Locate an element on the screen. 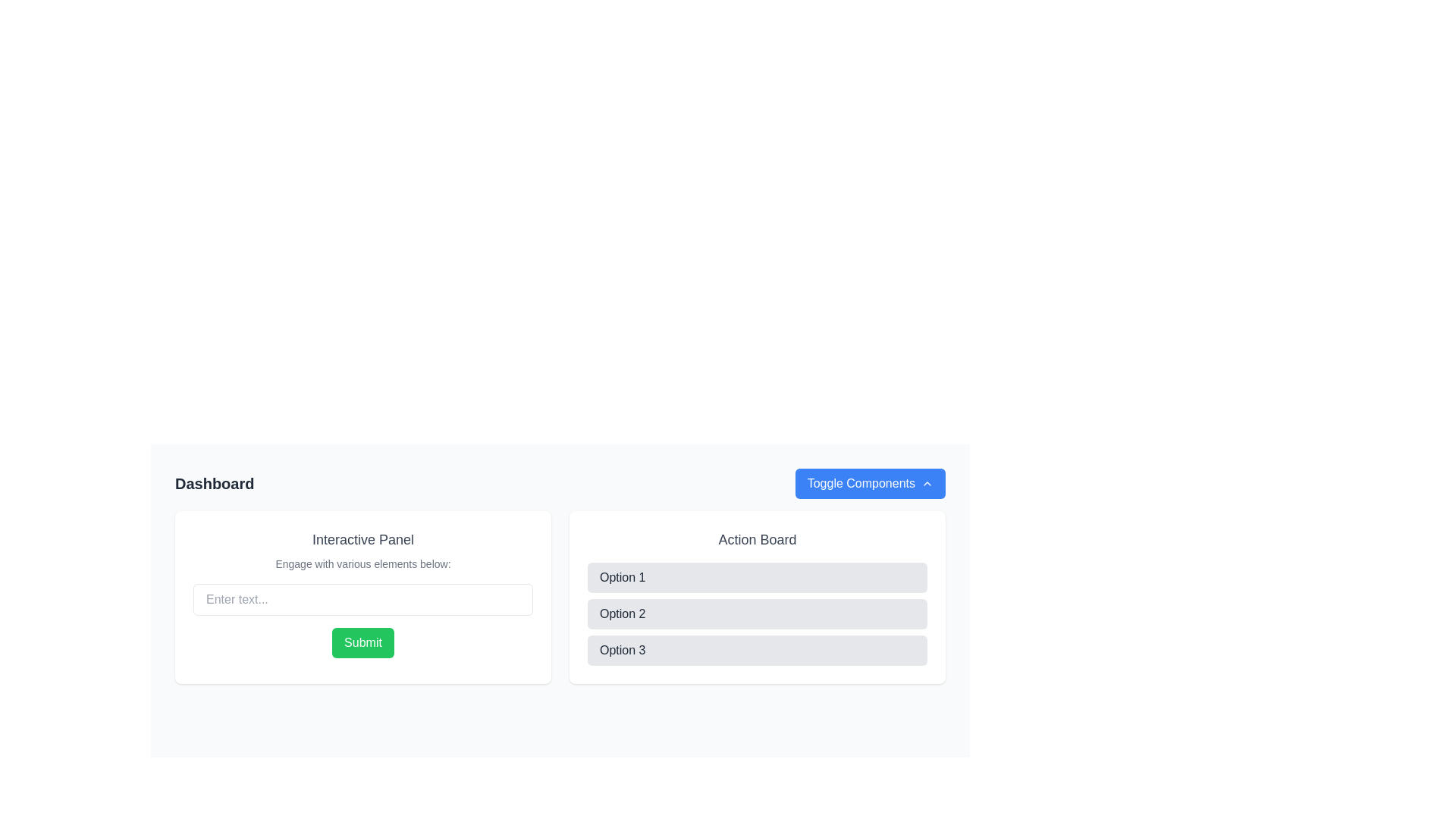  the text label reading 'Option 3', which is styled in dark gray on a light gray background and is located within a rectangular button at the bottom of the 'Action Board' section is located at coordinates (623, 649).